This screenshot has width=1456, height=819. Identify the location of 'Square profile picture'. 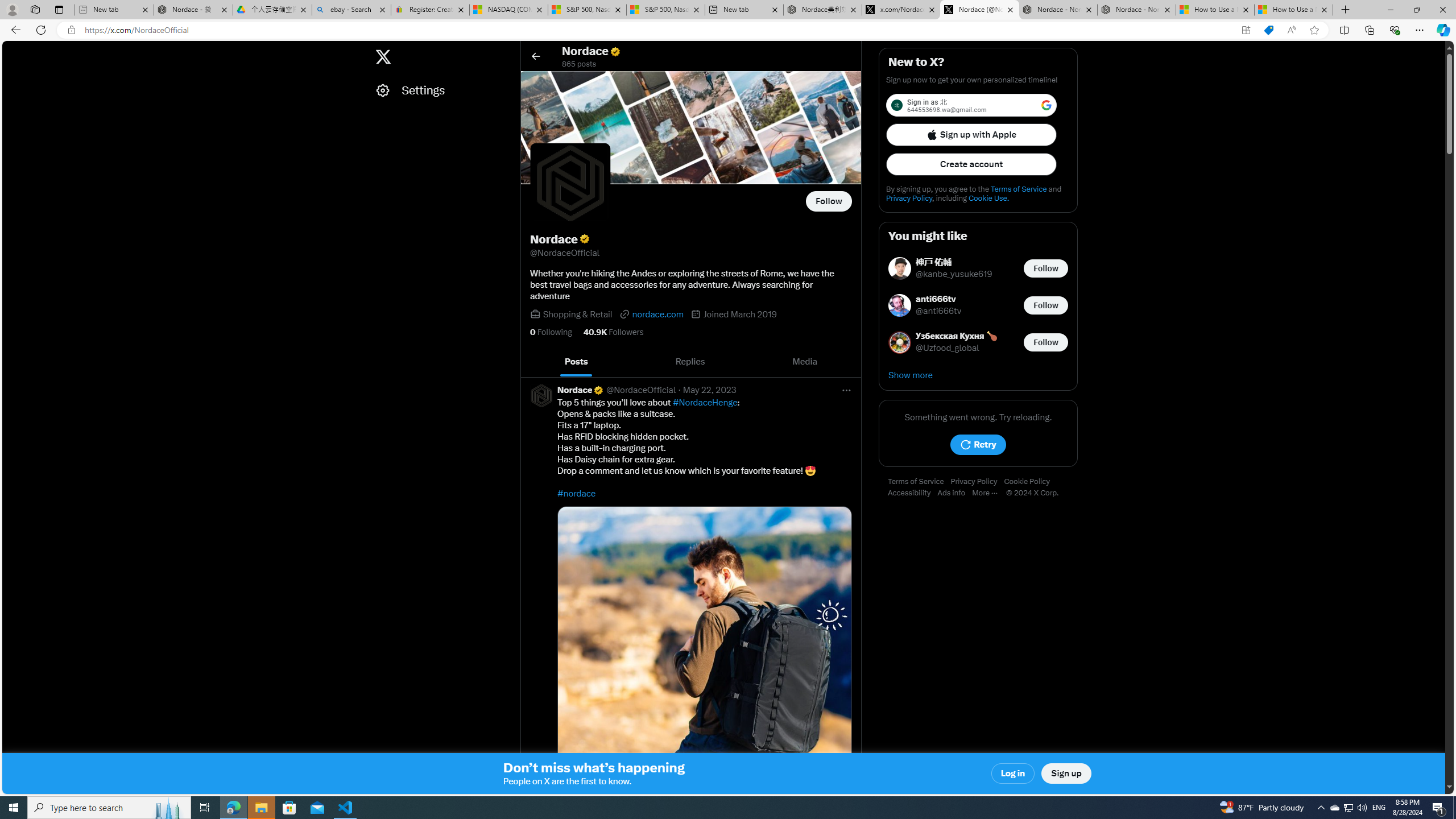
(540, 395).